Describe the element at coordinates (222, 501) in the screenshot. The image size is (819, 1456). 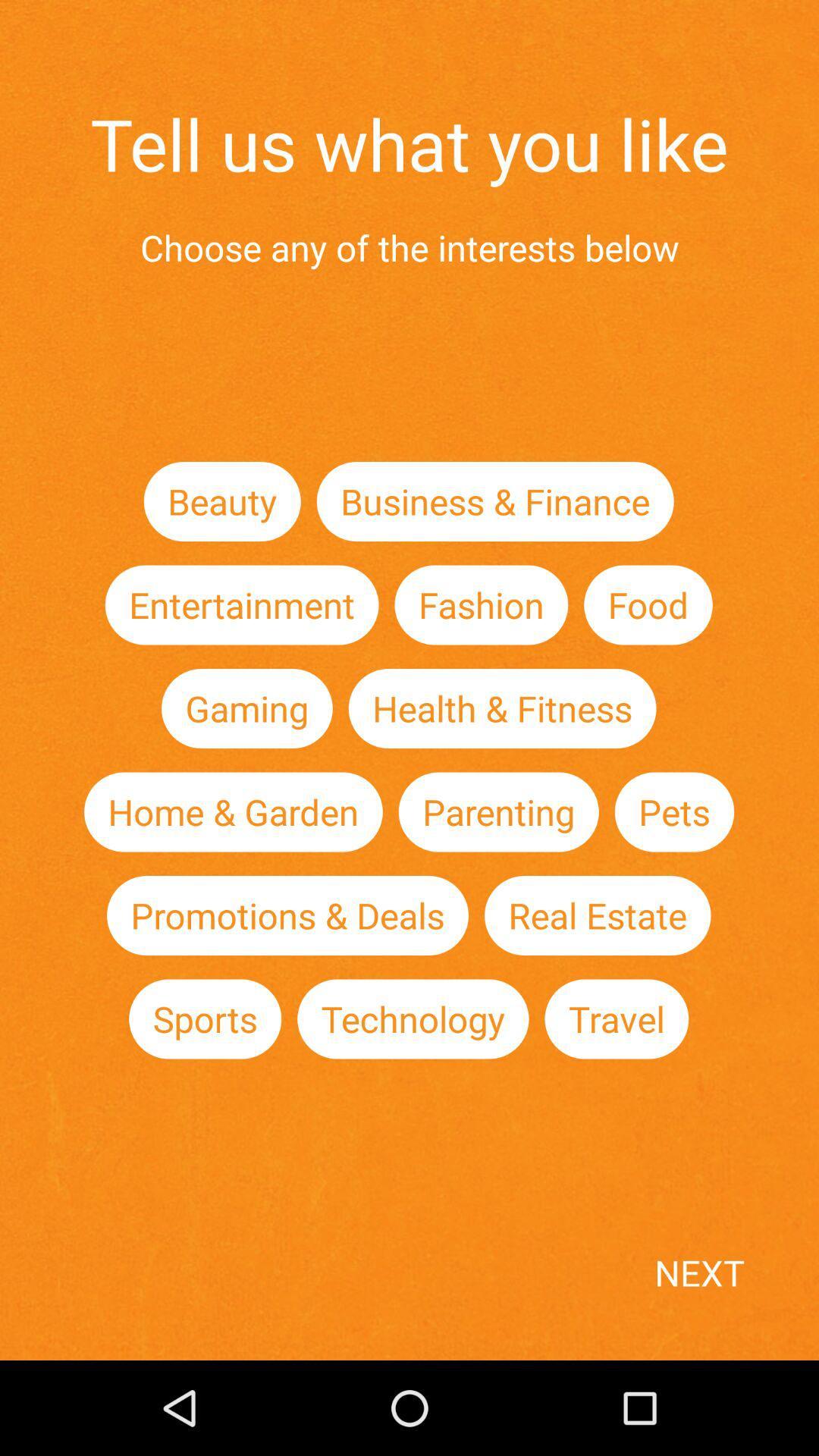
I see `beauty icon` at that location.